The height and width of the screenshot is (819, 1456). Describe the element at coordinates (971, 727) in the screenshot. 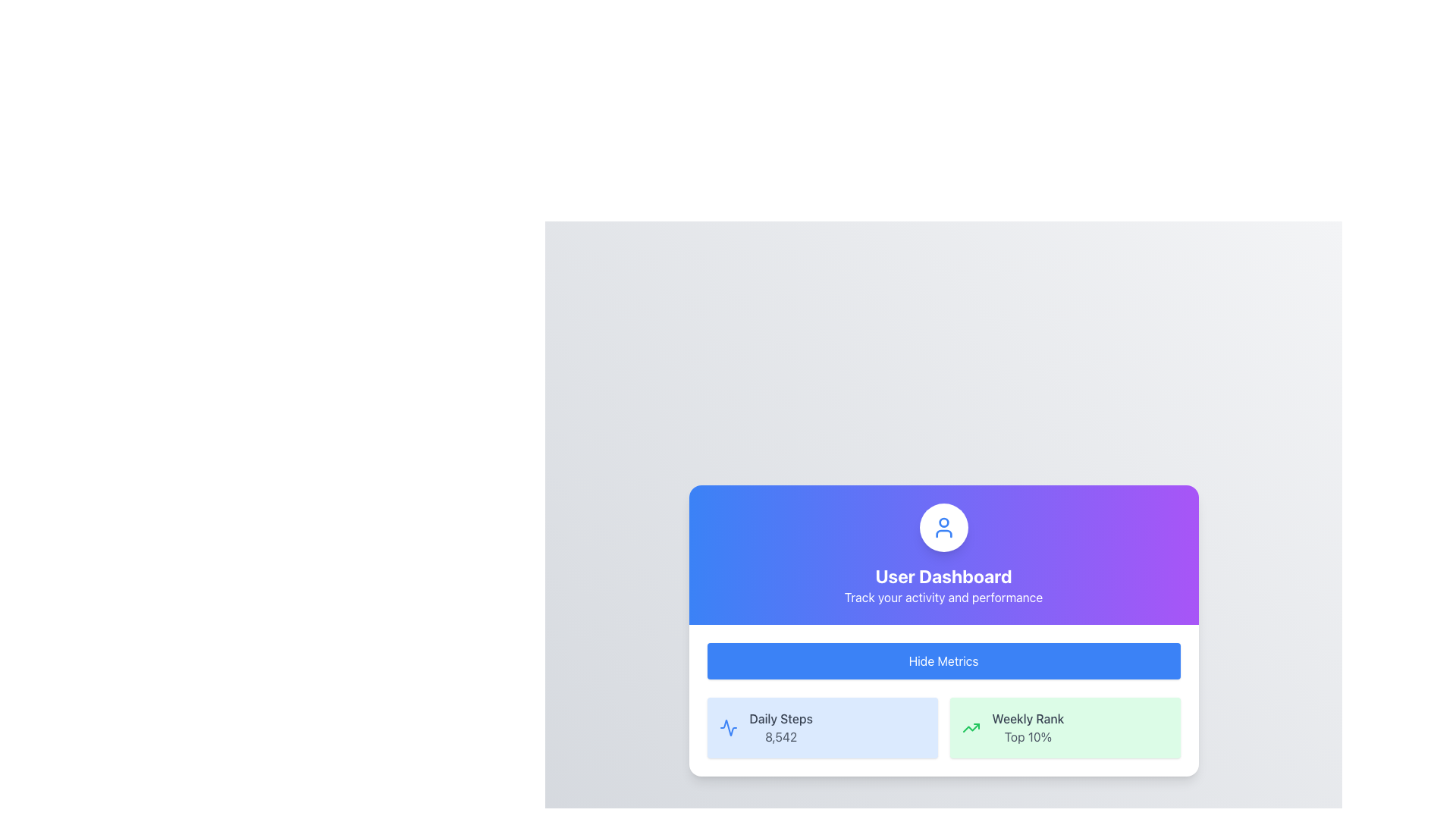

I see `the icon representing rank improvement, located in the top-left corner of the 'Weekly Rank' section of the User Dashboard` at that location.